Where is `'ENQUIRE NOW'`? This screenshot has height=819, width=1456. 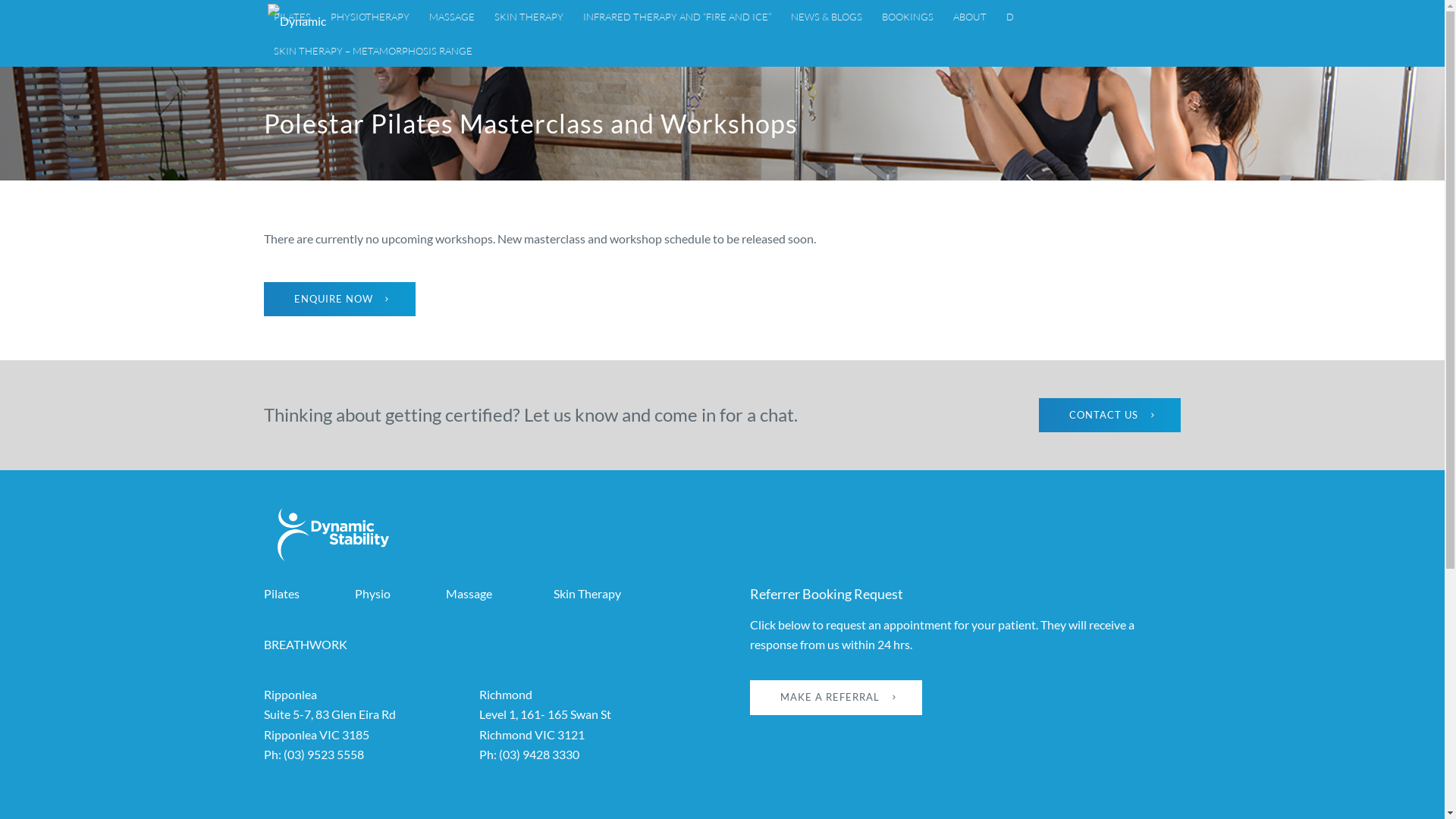 'ENQUIRE NOW' is located at coordinates (338, 299).